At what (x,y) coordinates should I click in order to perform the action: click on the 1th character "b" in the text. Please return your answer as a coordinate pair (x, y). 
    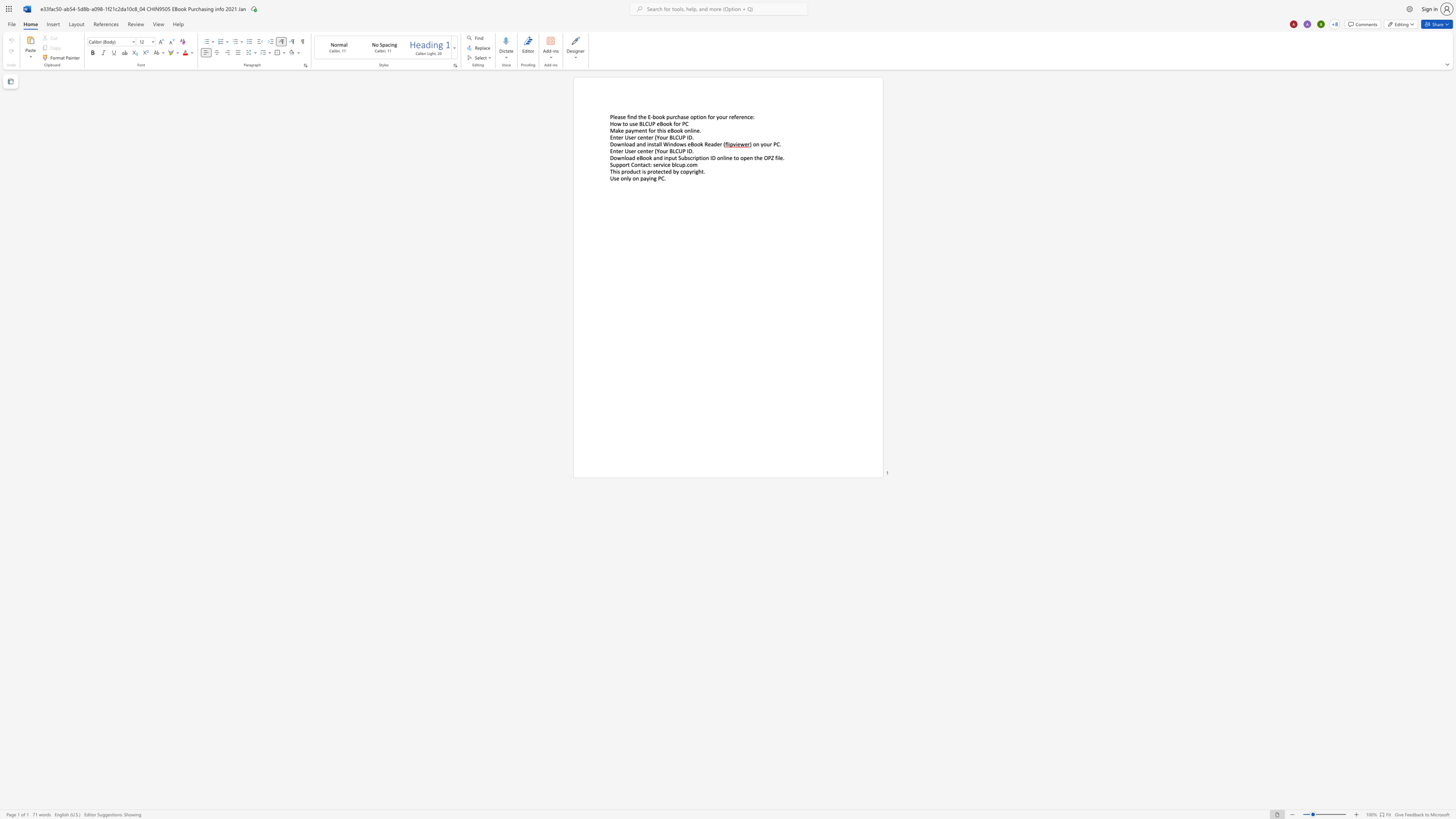
    Looking at the image, I should click on (653, 116).